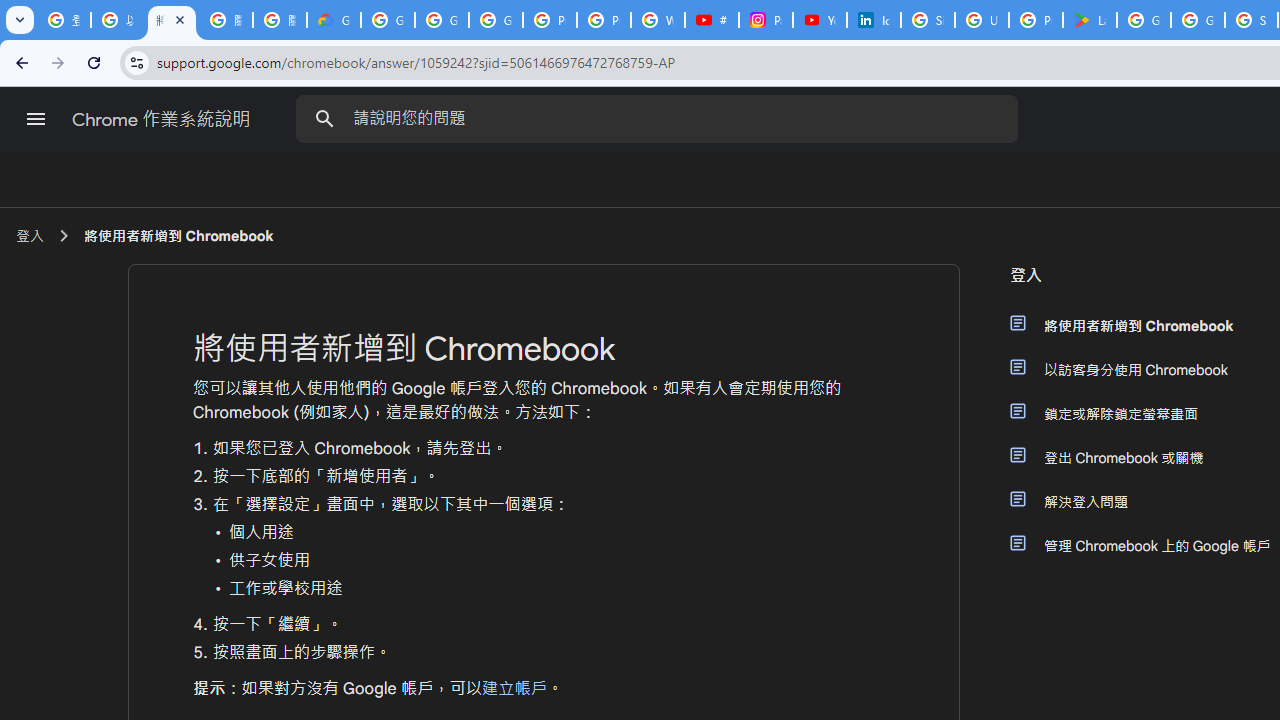 Image resolution: width=1280 pixels, height=720 pixels. What do you see at coordinates (711, 20) in the screenshot?
I see `'#nbabasketballhighlights - YouTube'` at bounding box center [711, 20].